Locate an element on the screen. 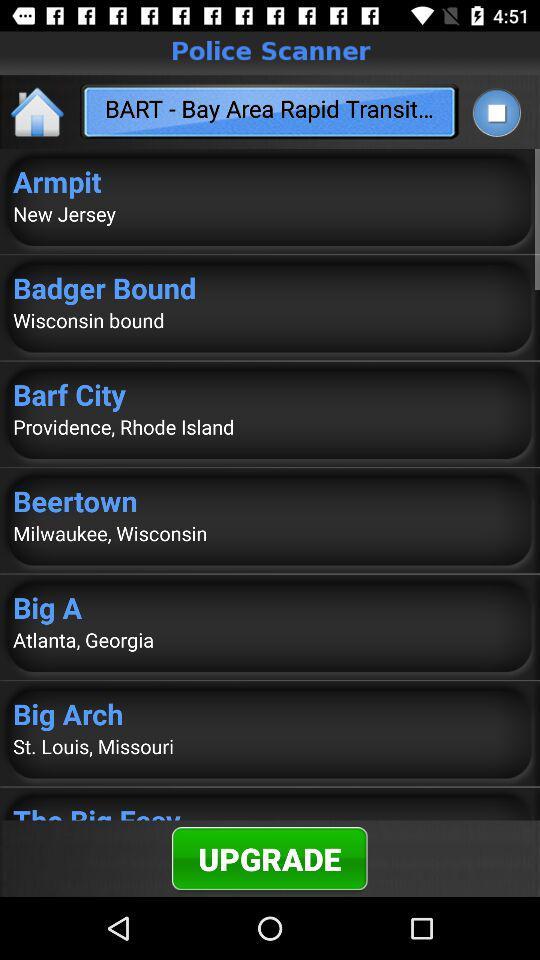 This screenshot has width=540, height=960. icon above armpit icon is located at coordinates (38, 111).